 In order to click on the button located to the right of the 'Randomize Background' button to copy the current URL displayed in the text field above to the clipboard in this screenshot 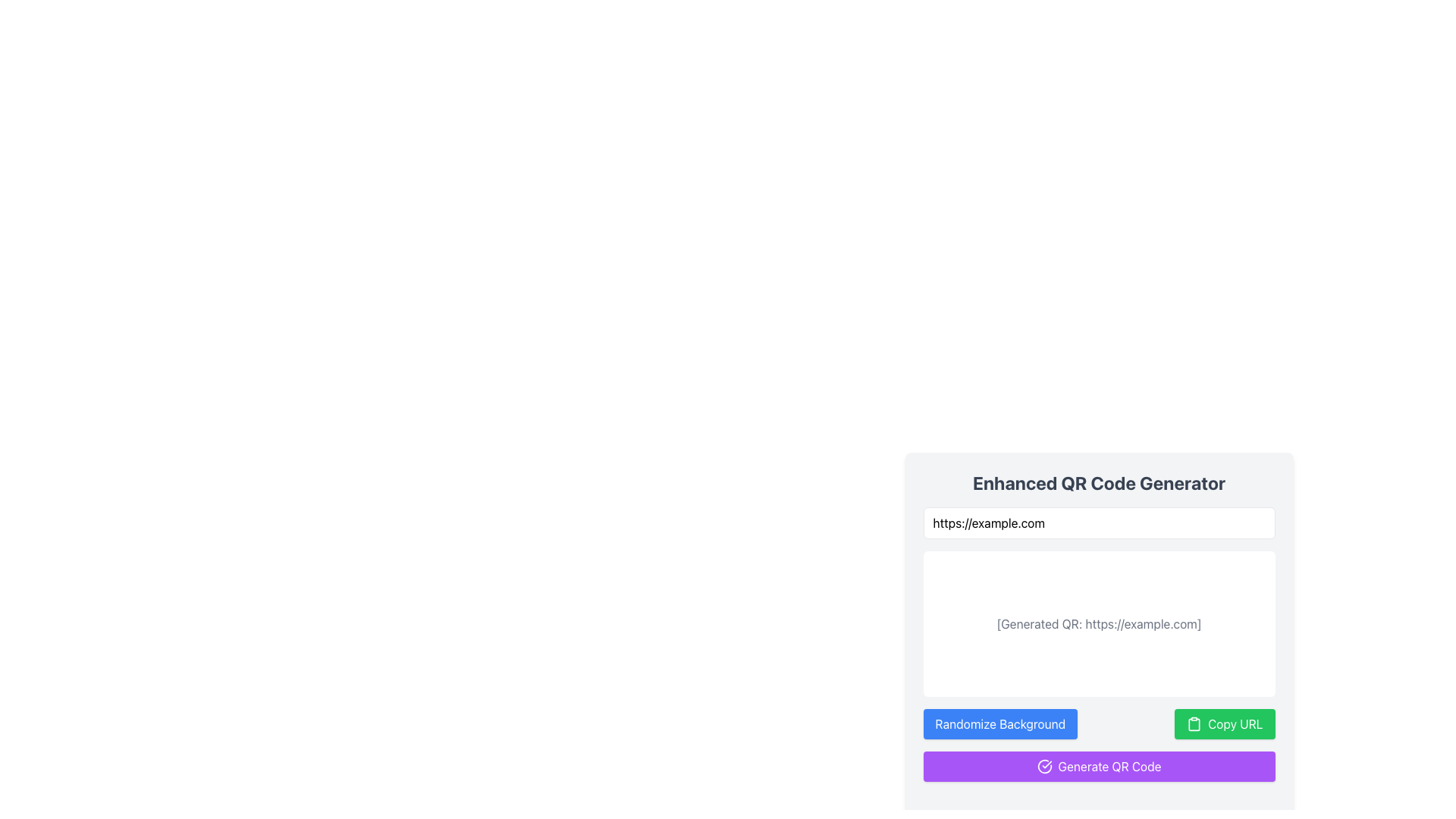, I will do `click(1225, 723)`.